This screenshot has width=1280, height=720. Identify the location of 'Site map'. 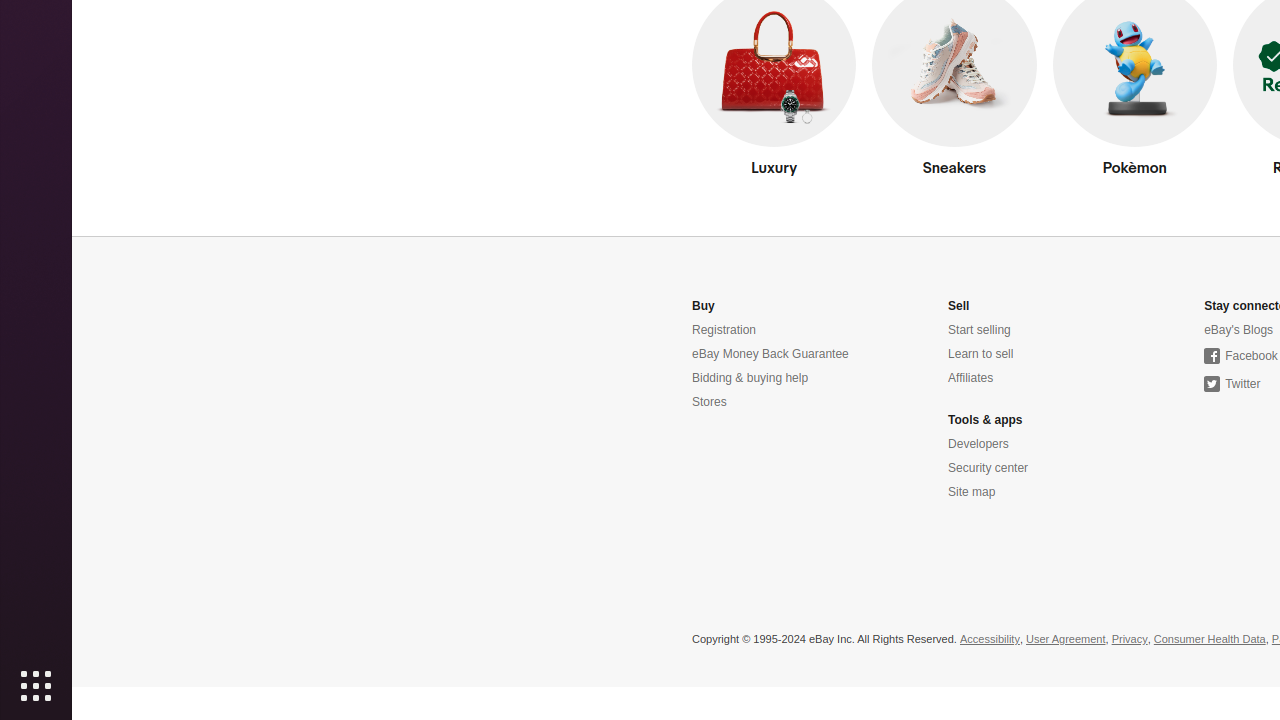
(972, 492).